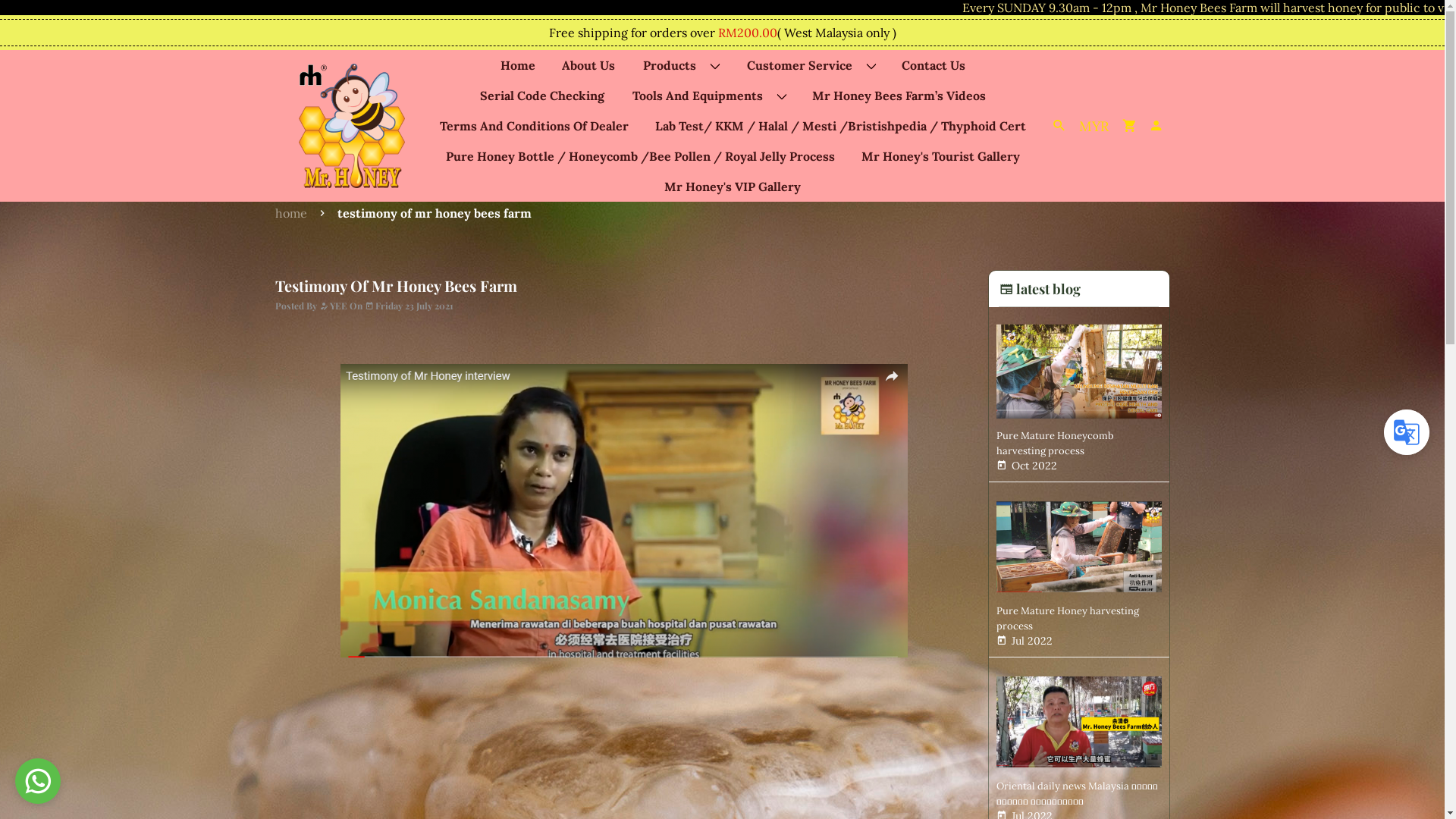 The image size is (1456, 819). Describe the element at coordinates (588, 64) in the screenshot. I see `'About Us'` at that location.